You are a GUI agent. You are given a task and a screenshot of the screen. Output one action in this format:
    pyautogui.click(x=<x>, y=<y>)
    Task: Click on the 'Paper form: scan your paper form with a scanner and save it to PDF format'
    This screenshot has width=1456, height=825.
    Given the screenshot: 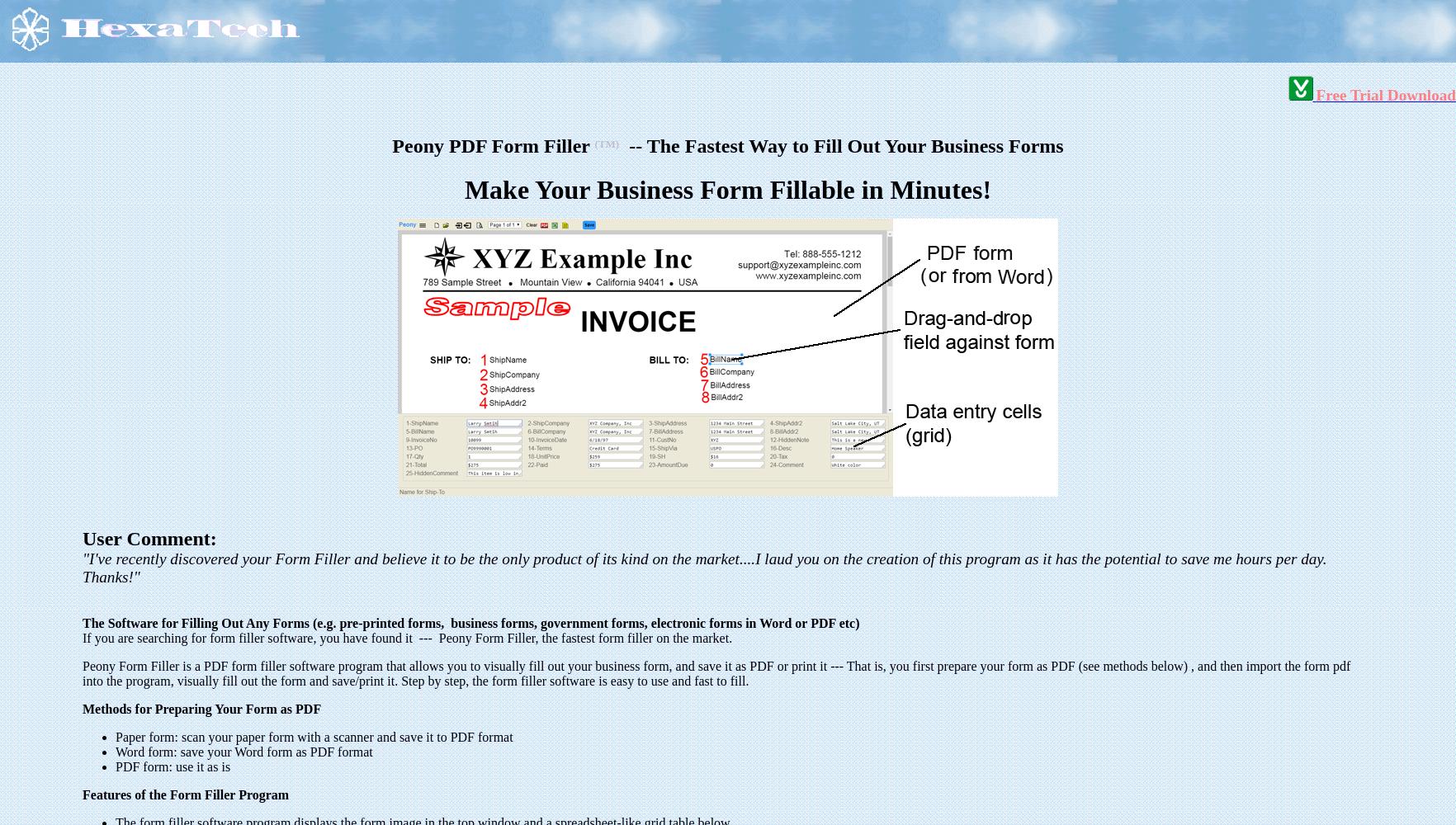 What is the action you would take?
    pyautogui.click(x=314, y=737)
    